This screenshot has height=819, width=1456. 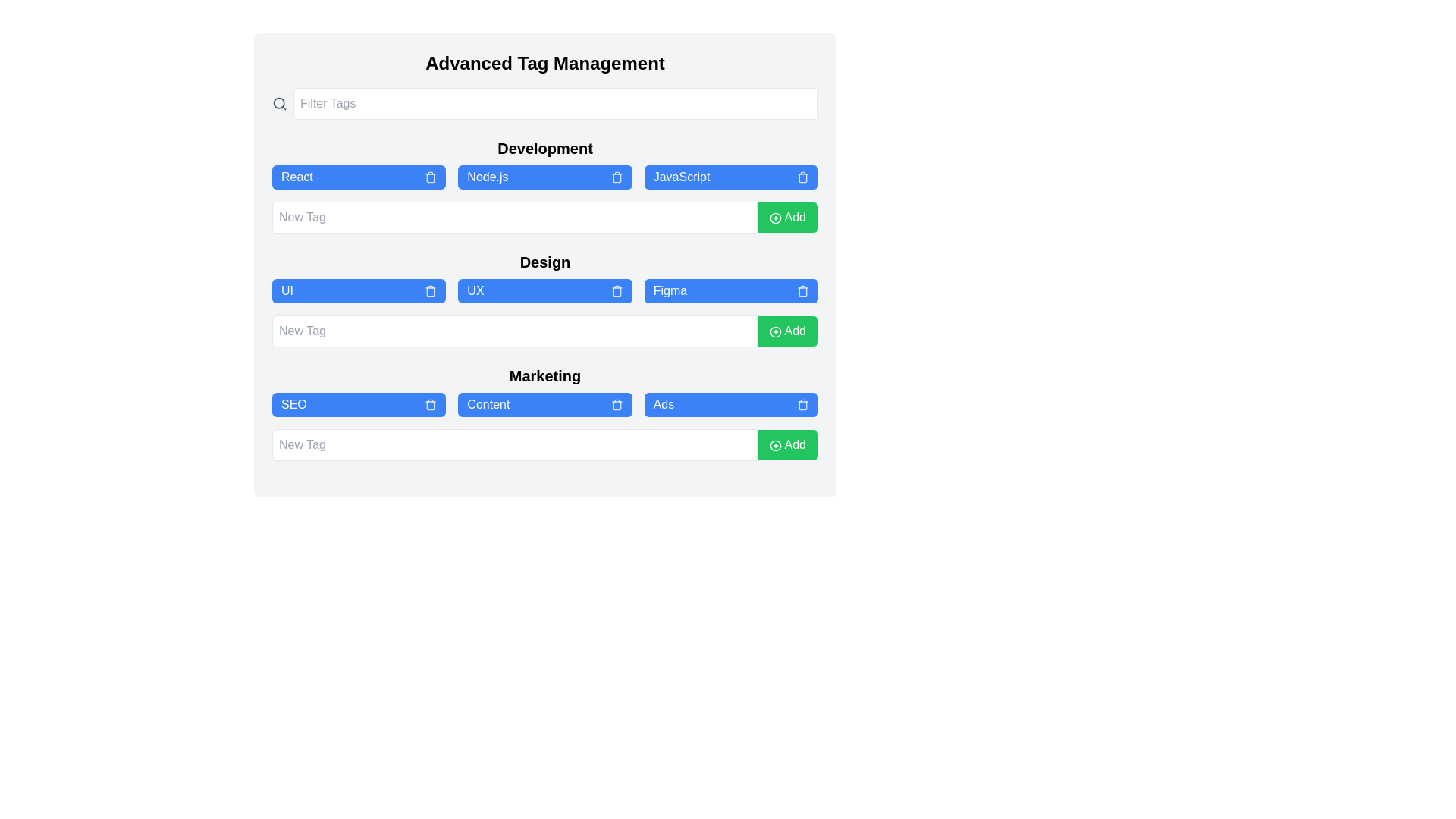 What do you see at coordinates (617, 403) in the screenshot?
I see `the delete Icon button located in the 'Marketing' section, which is positioned to the right of the 'Content' tag and left of the 'Ads' tag, to change its style` at bounding box center [617, 403].